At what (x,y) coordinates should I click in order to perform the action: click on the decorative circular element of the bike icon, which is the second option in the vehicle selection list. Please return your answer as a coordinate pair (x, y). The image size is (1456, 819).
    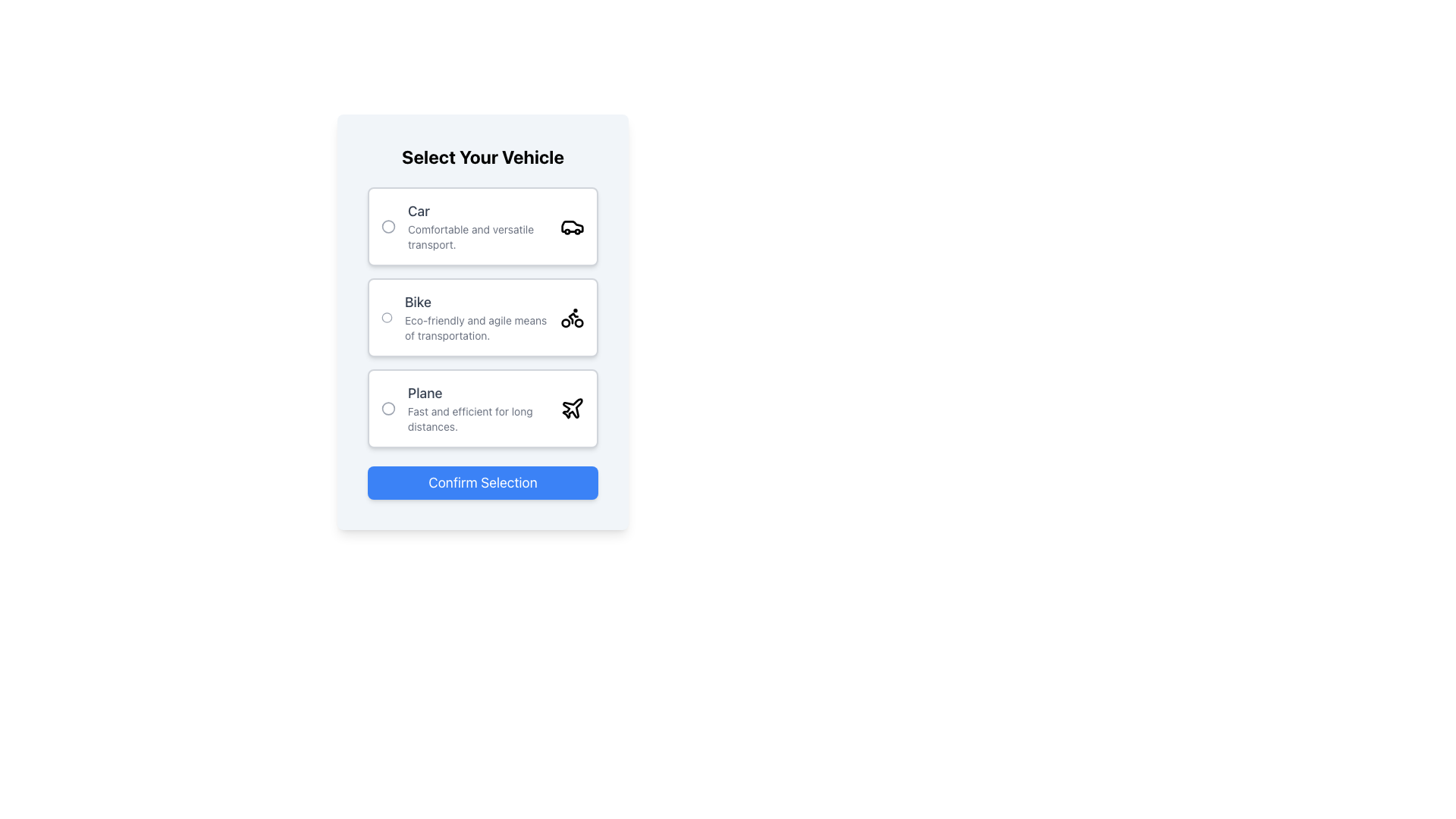
    Looking at the image, I should click on (578, 322).